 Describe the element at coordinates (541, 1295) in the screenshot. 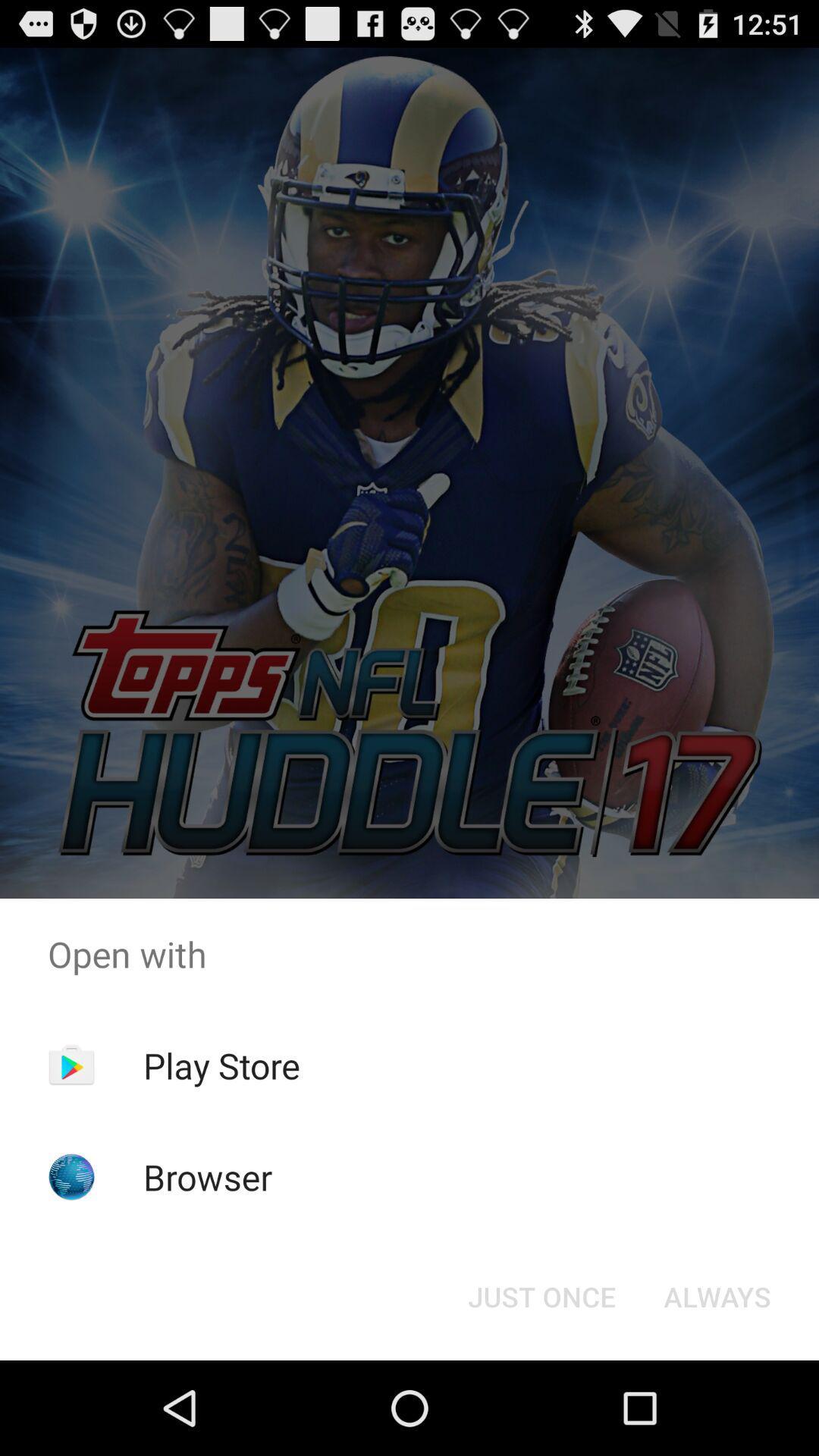

I see `the icon below the open with app` at that location.